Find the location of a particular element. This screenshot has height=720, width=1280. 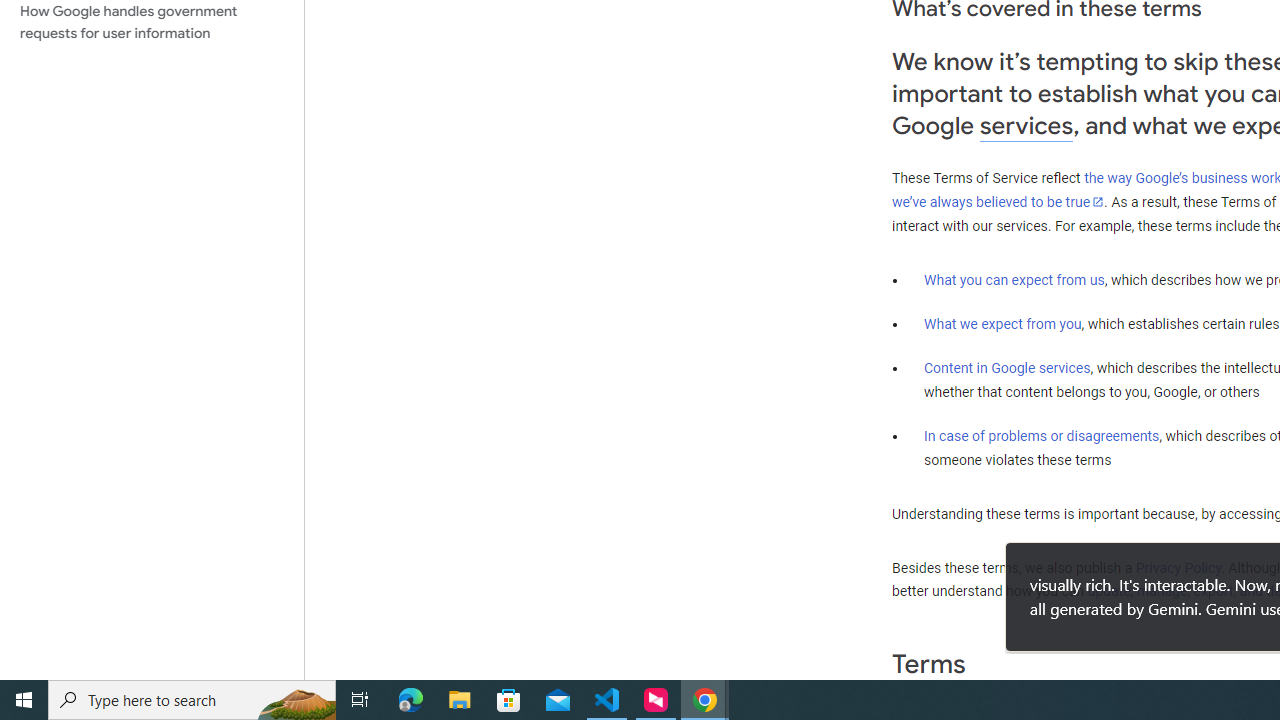

'What you can expect from us' is located at coordinates (1014, 279).